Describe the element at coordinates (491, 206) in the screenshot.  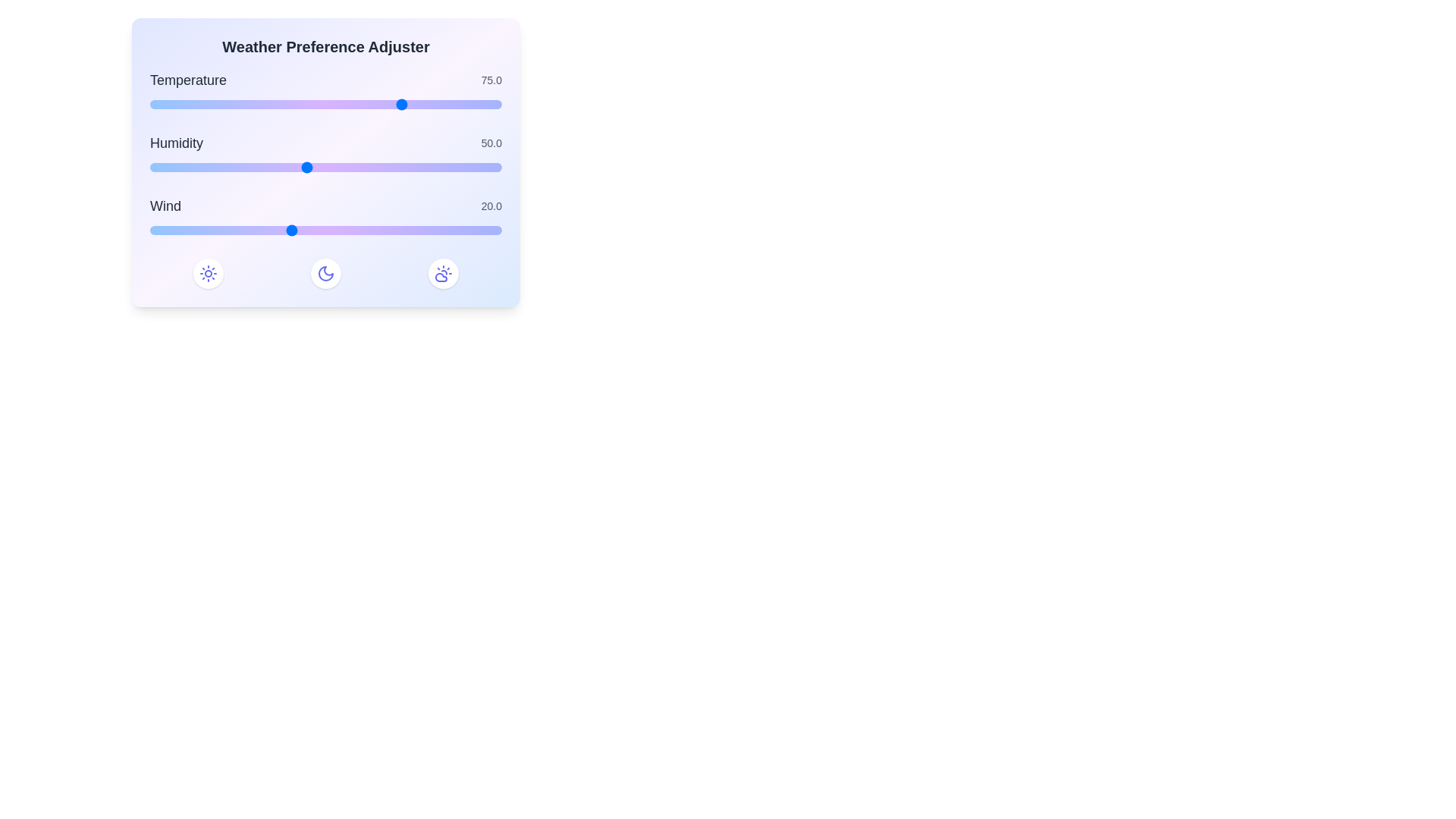
I see `the text label displaying the value '20.0', which is styled in a small gray font and positioned to the right of the label 'Wind'` at that location.